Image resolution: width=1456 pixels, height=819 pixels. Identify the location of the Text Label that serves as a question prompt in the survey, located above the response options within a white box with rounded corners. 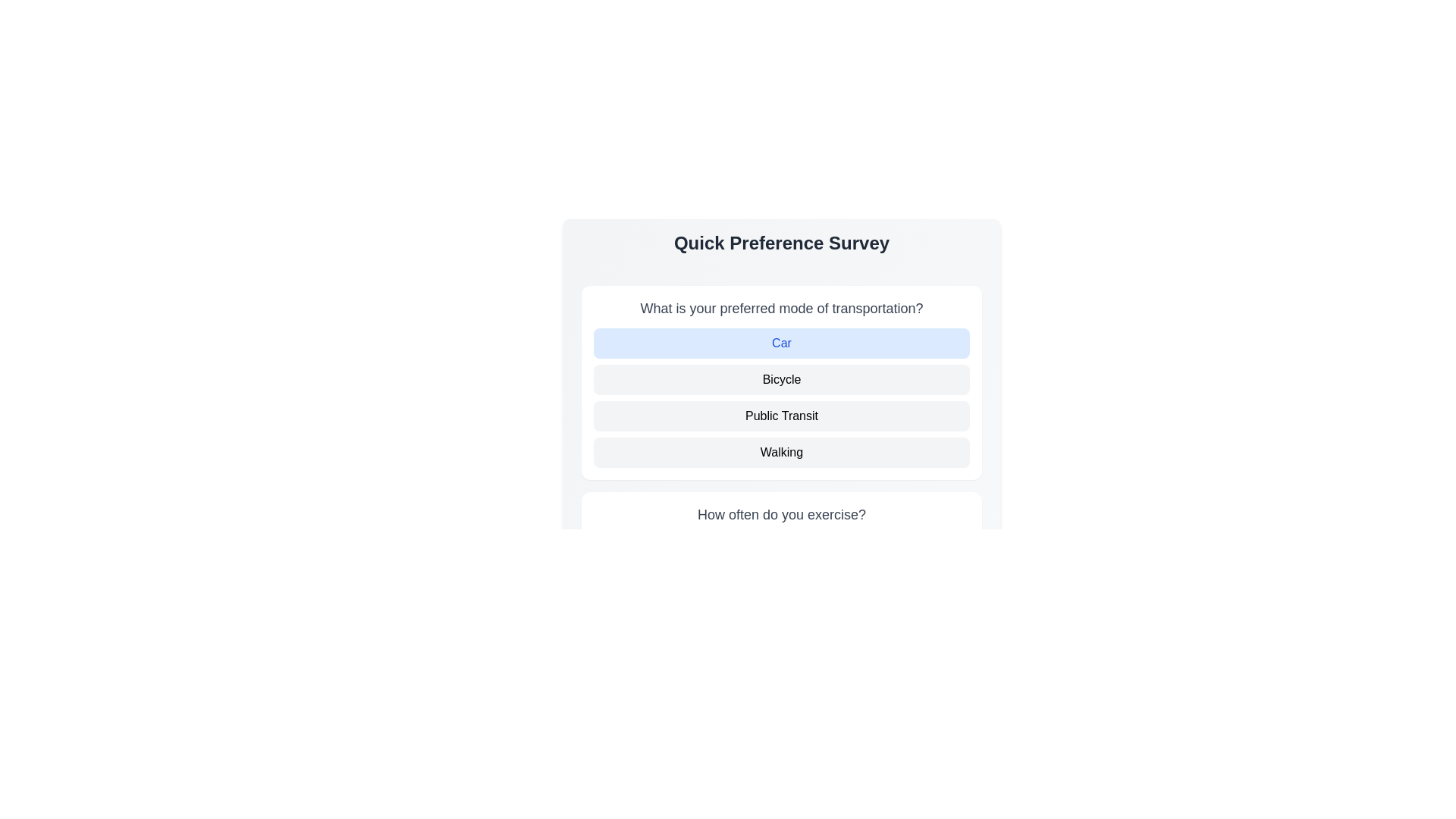
(782, 513).